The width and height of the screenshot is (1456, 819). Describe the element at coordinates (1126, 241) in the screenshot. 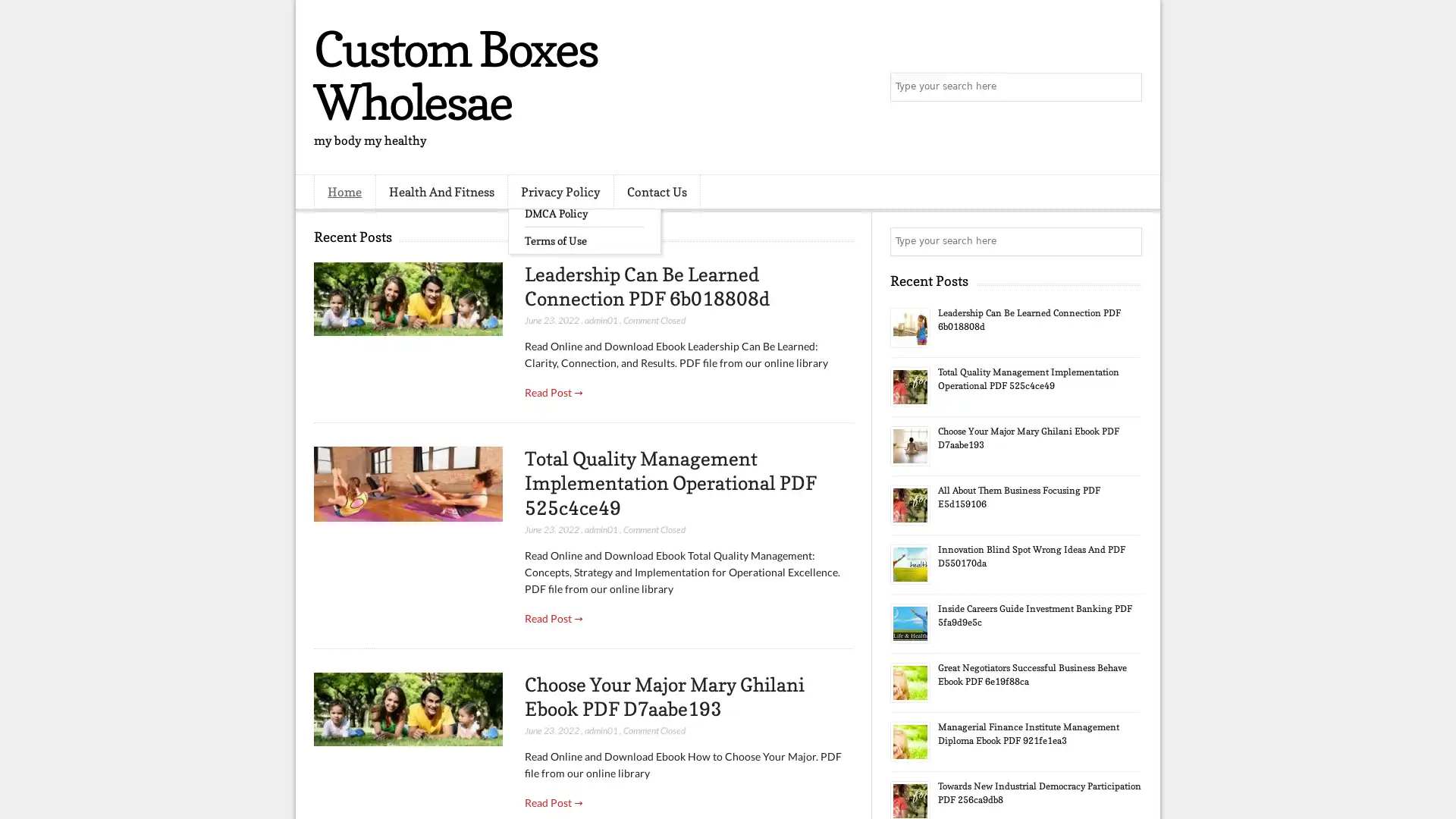

I see `Search` at that location.